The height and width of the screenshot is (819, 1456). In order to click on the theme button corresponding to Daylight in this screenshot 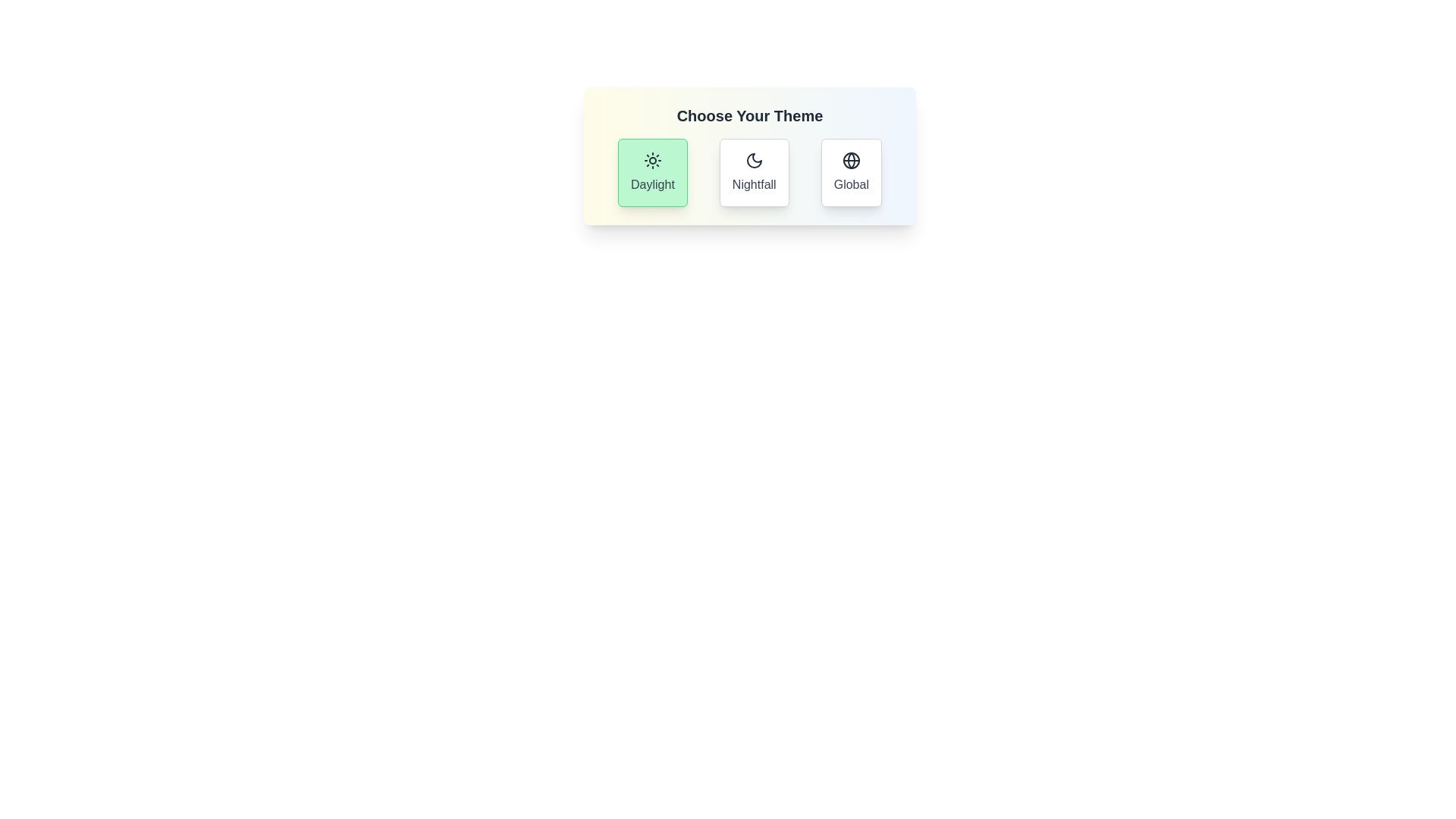, I will do `click(652, 171)`.